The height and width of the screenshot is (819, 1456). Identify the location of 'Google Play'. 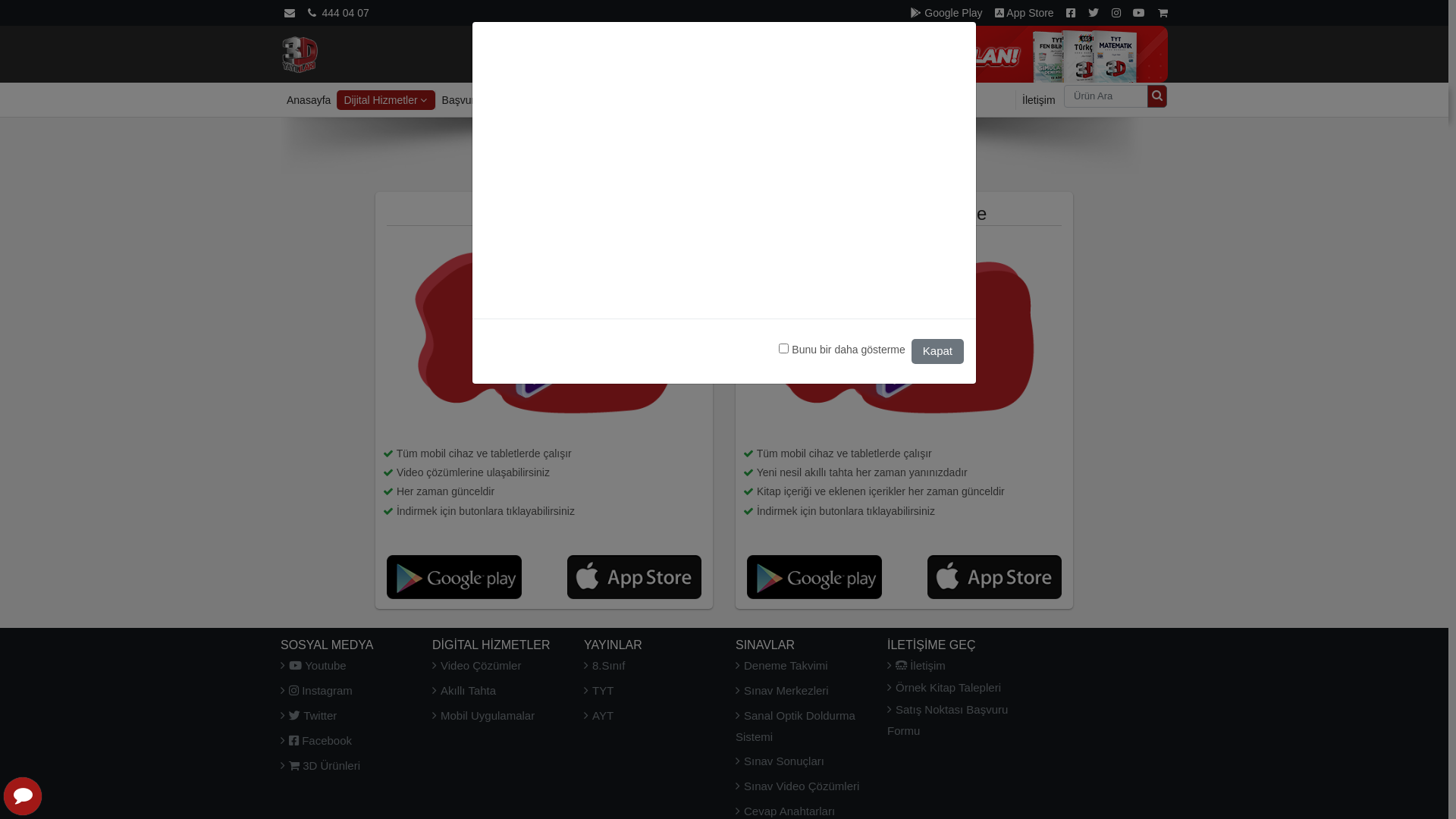
(946, 12).